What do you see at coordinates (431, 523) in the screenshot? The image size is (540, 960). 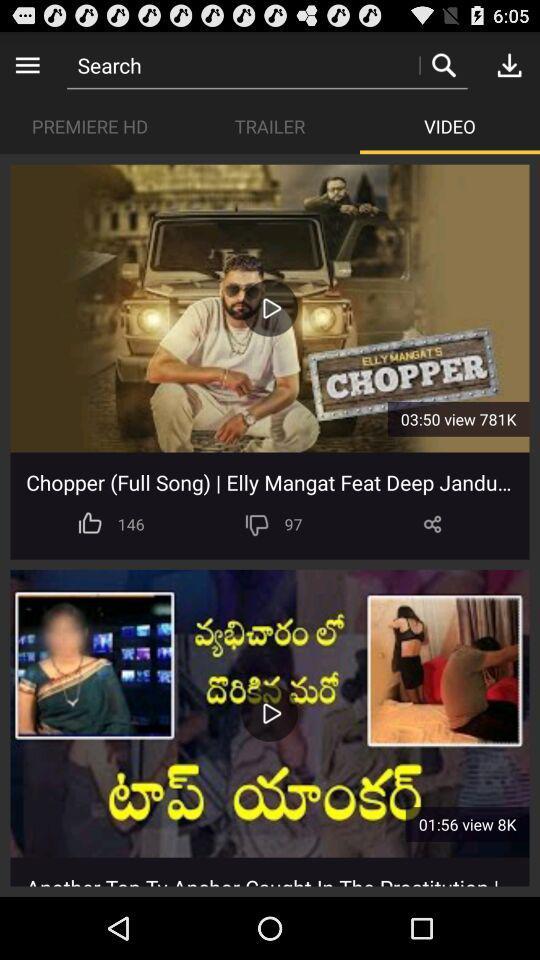 I see `icon below the chopper full song` at bounding box center [431, 523].